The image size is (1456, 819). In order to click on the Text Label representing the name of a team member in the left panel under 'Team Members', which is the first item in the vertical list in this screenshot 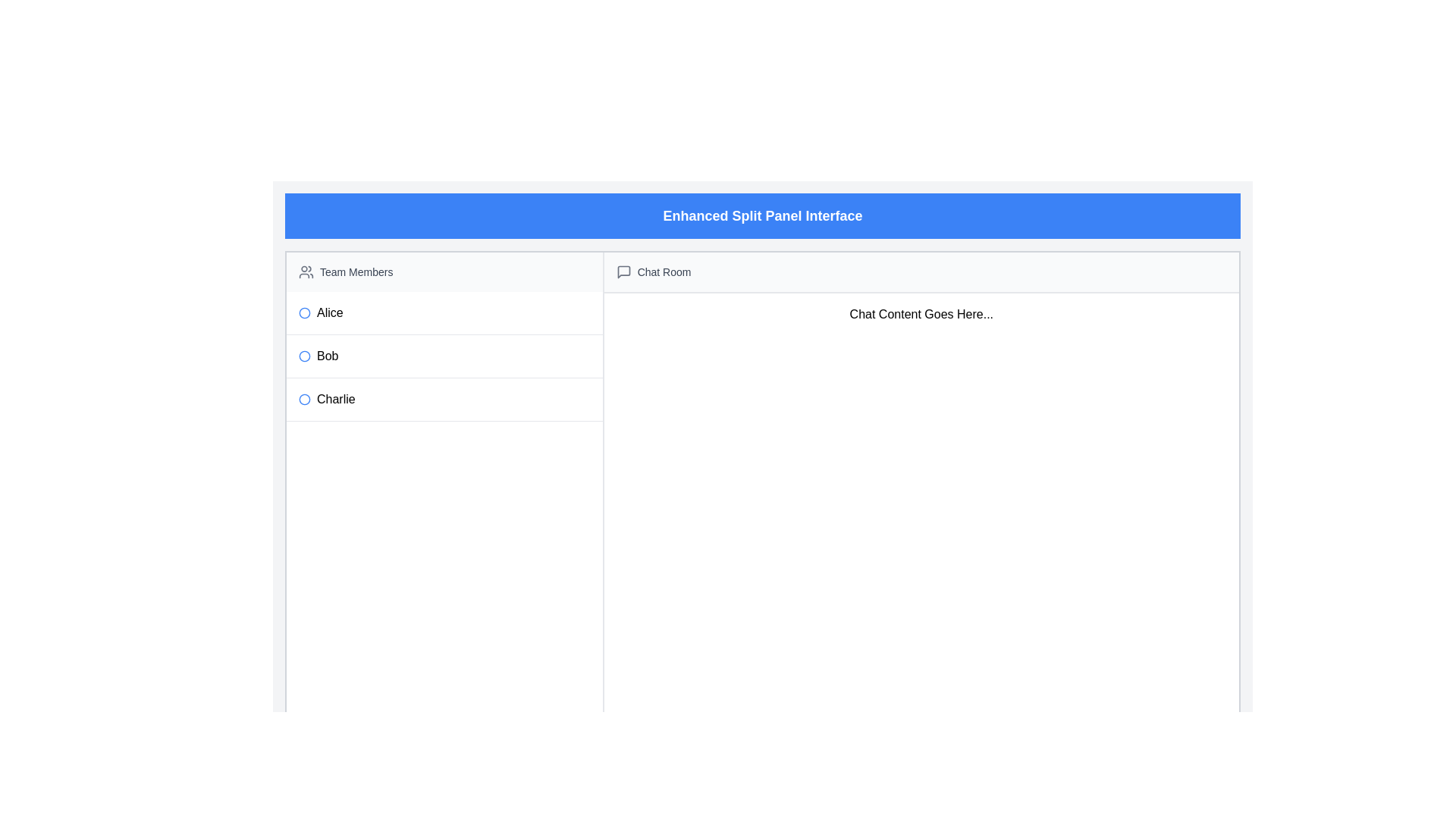, I will do `click(329, 312)`.